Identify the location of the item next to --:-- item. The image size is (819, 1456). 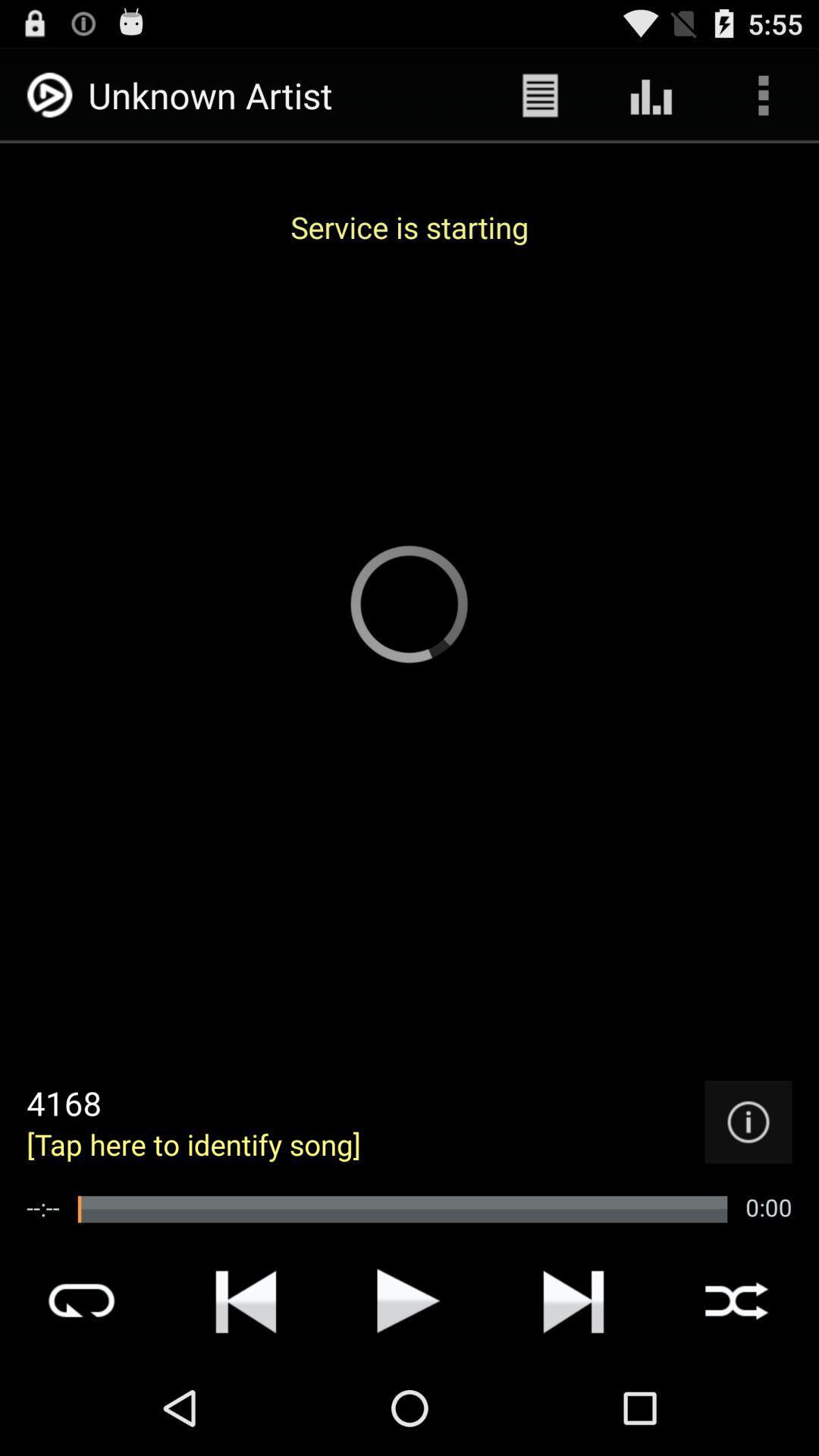
(402, 1208).